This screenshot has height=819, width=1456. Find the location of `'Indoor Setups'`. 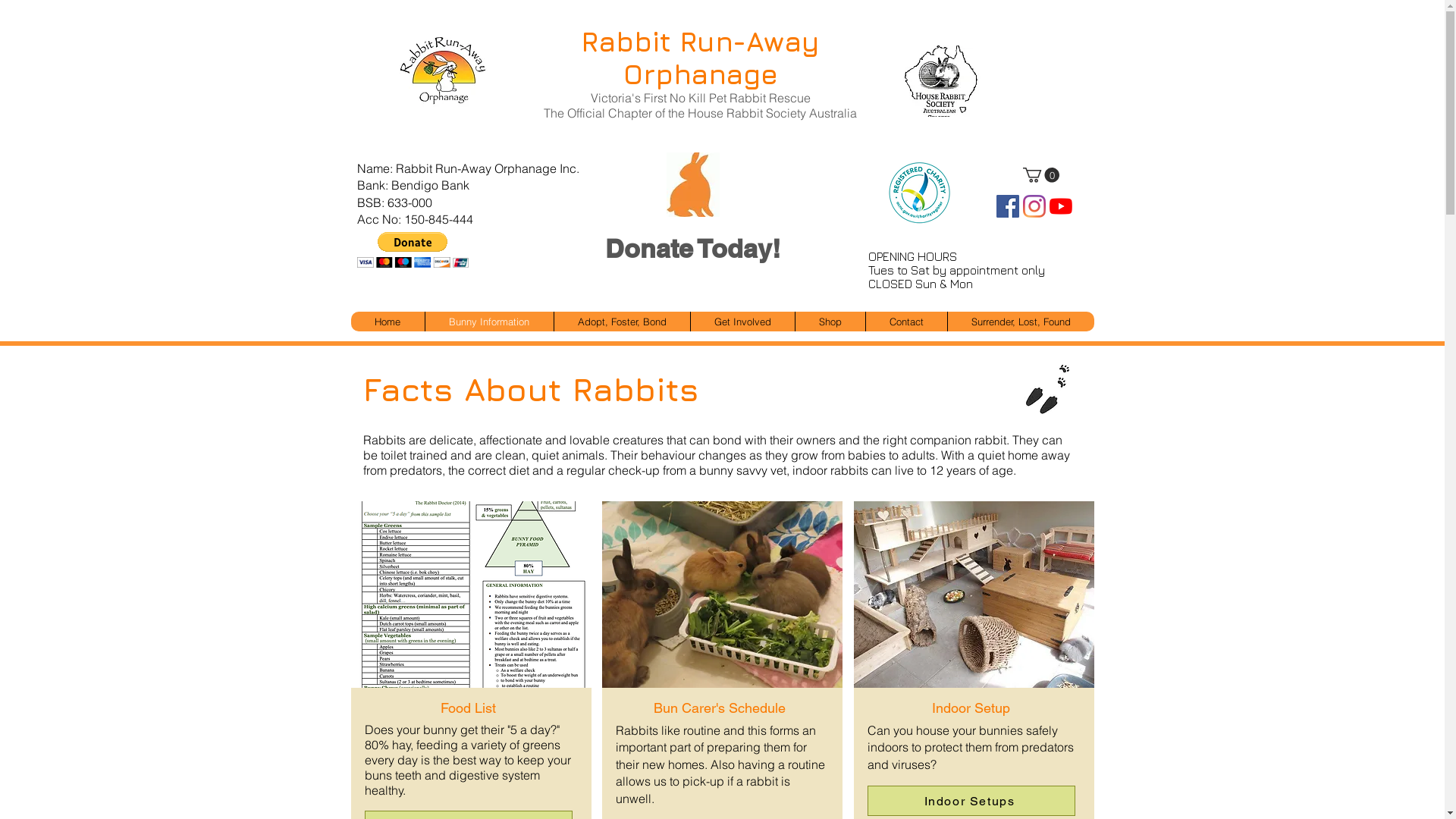

'Indoor Setups' is located at coordinates (971, 800).